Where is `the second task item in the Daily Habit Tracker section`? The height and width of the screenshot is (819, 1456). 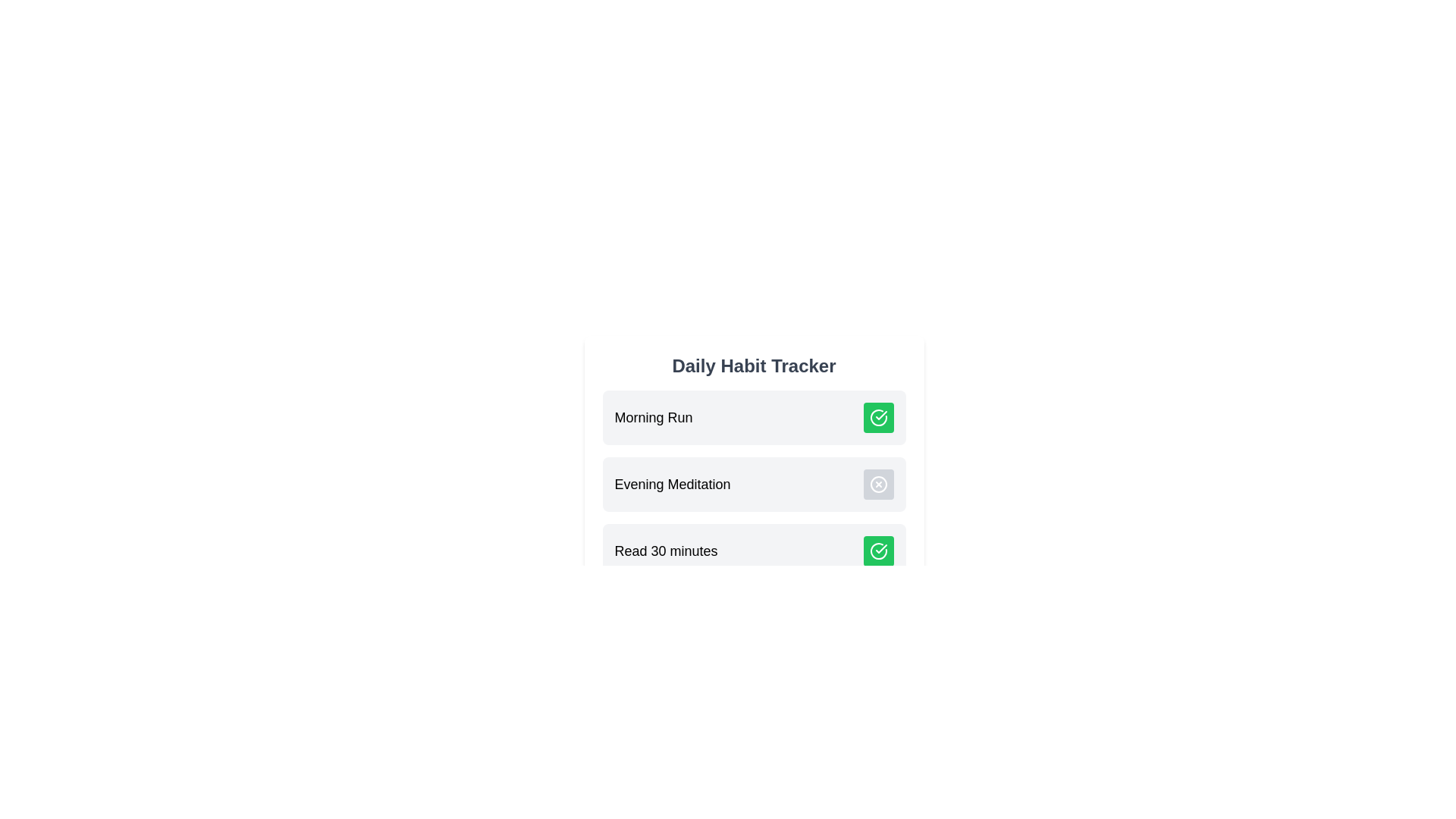 the second task item in the Daily Habit Tracker section is located at coordinates (754, 485).